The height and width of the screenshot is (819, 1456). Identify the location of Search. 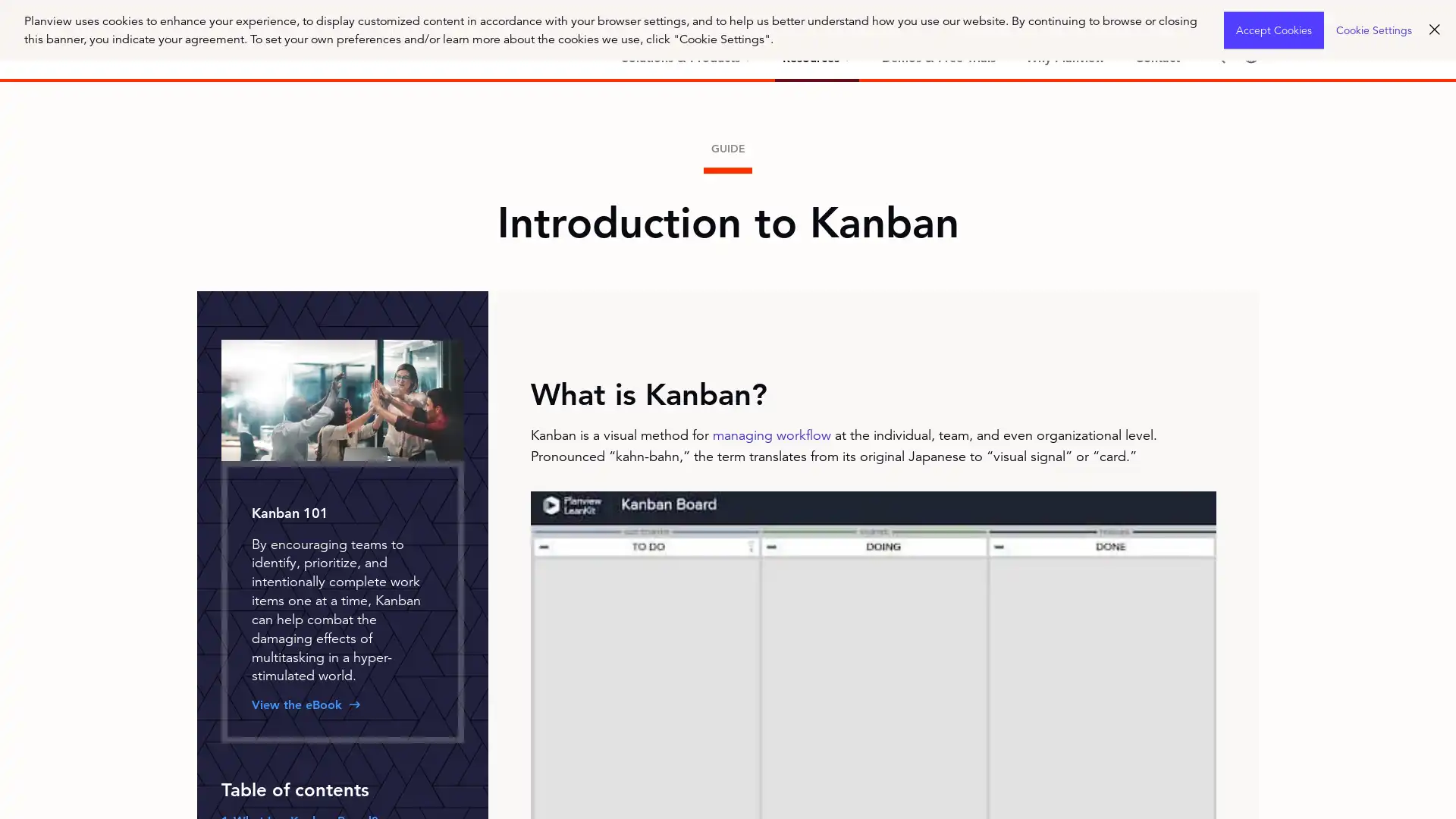
(1195, 101).